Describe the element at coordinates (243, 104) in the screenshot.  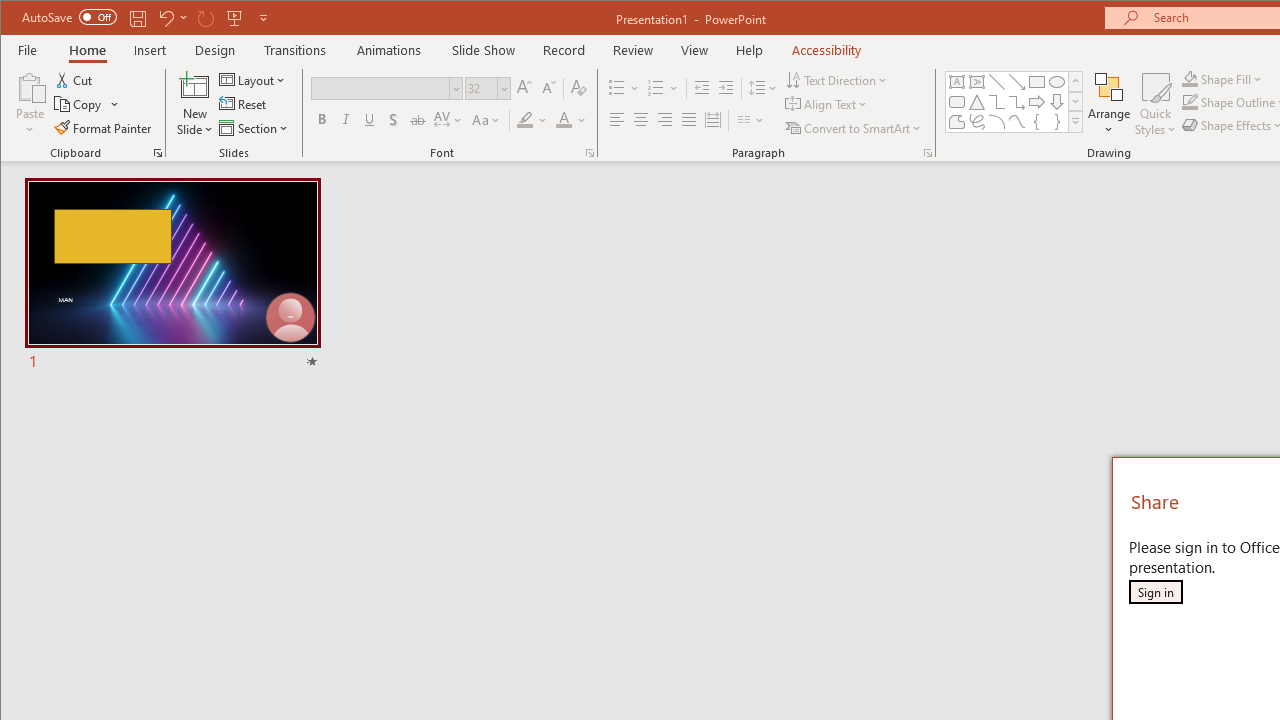
I see `'Reset'` at that location.